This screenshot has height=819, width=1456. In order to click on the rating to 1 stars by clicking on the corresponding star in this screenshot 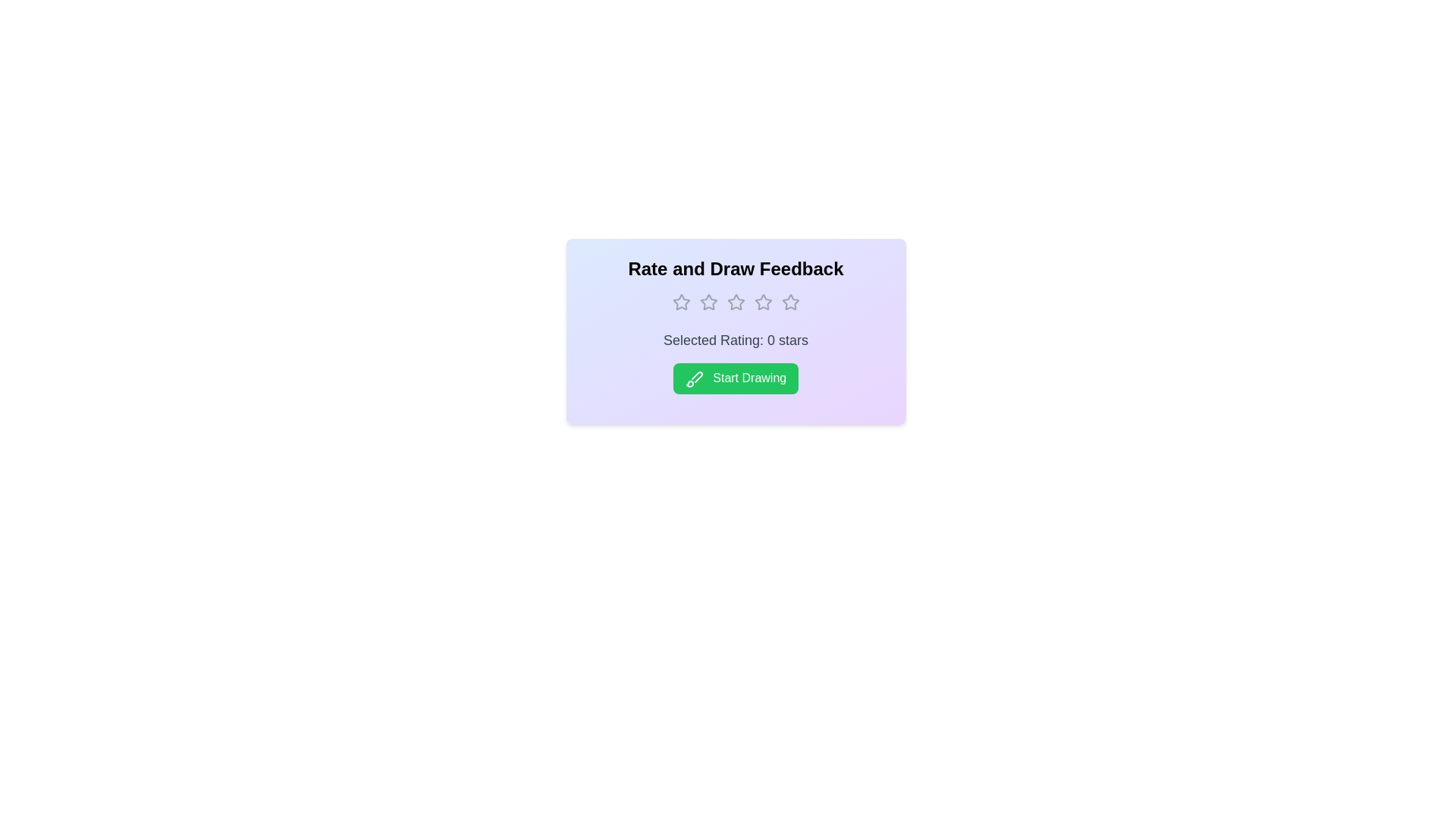, I will do `click(680, 302)`.